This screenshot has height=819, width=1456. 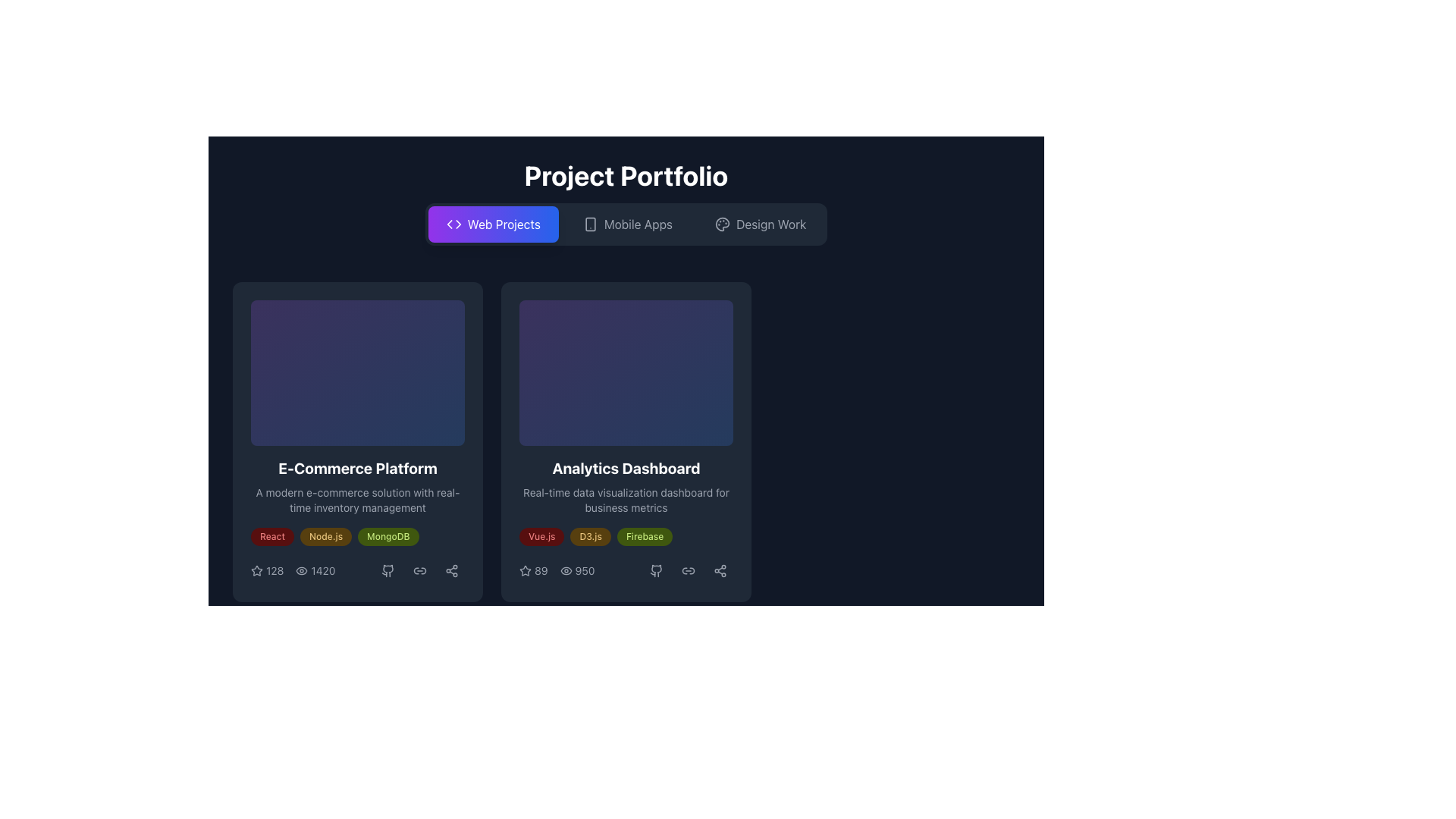 I want to click on the circular button featuring a GitHub logo, located at the bottom of the 'E-Commerce Platform' project card, to trigger the hover effect that changes its background color to gray, so click(x=388, y=570).